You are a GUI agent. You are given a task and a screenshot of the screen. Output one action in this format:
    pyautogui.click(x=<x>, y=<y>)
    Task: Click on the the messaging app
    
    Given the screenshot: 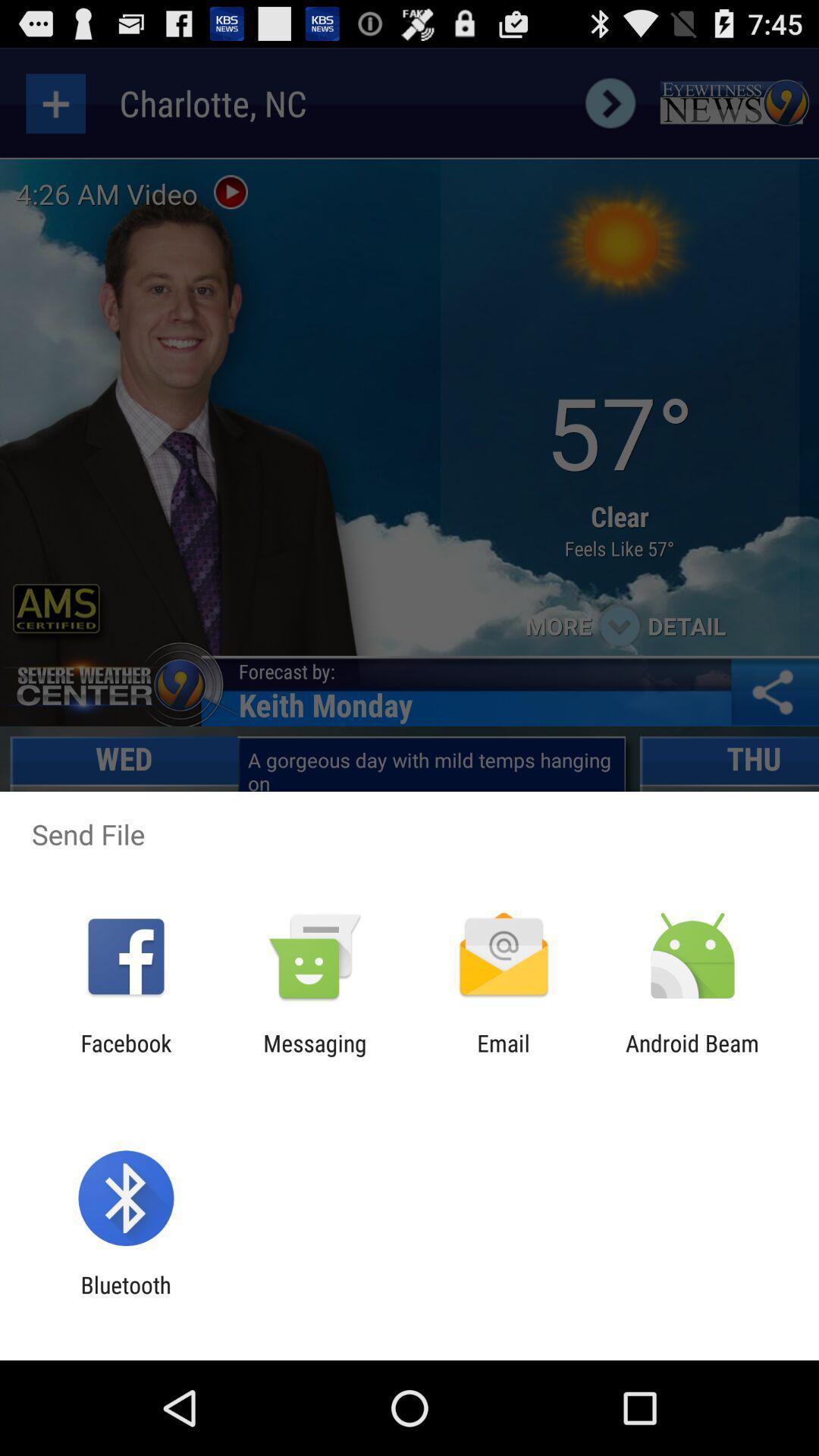 What is the action you would take?
    pyautogui.click(x=314, y=1056)
    